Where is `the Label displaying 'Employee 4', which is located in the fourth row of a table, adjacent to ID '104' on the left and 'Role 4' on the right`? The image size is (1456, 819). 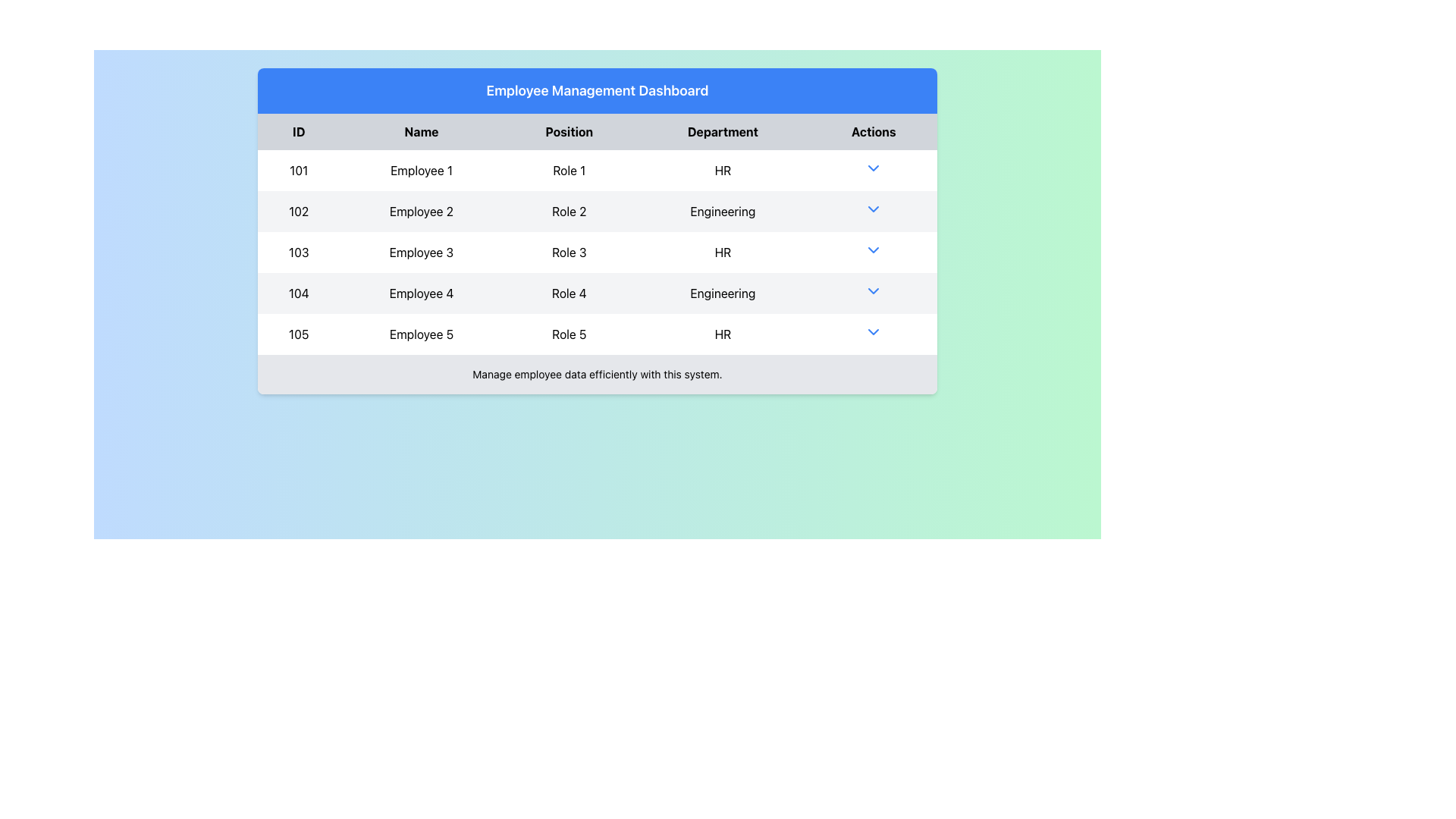
the Label displaying 'Employee 4', which is located in the fourth row of a table, adjacent to ID '104' on the left and 'Role 4' on the right is located at coordinates (422, 293).